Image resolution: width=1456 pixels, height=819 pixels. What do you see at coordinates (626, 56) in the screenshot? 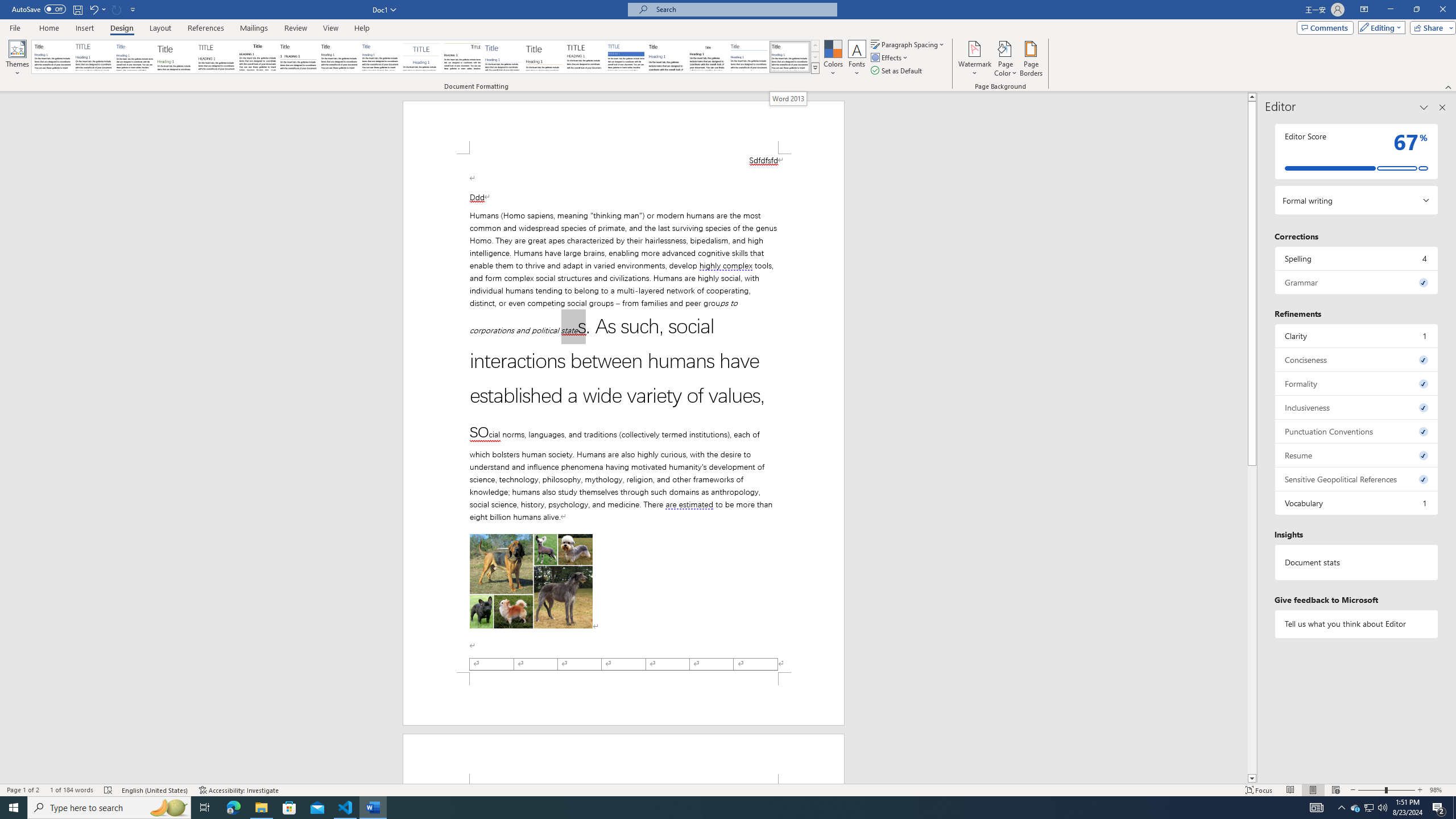
I see `'Shaded'` at bounding box center [626, 56].